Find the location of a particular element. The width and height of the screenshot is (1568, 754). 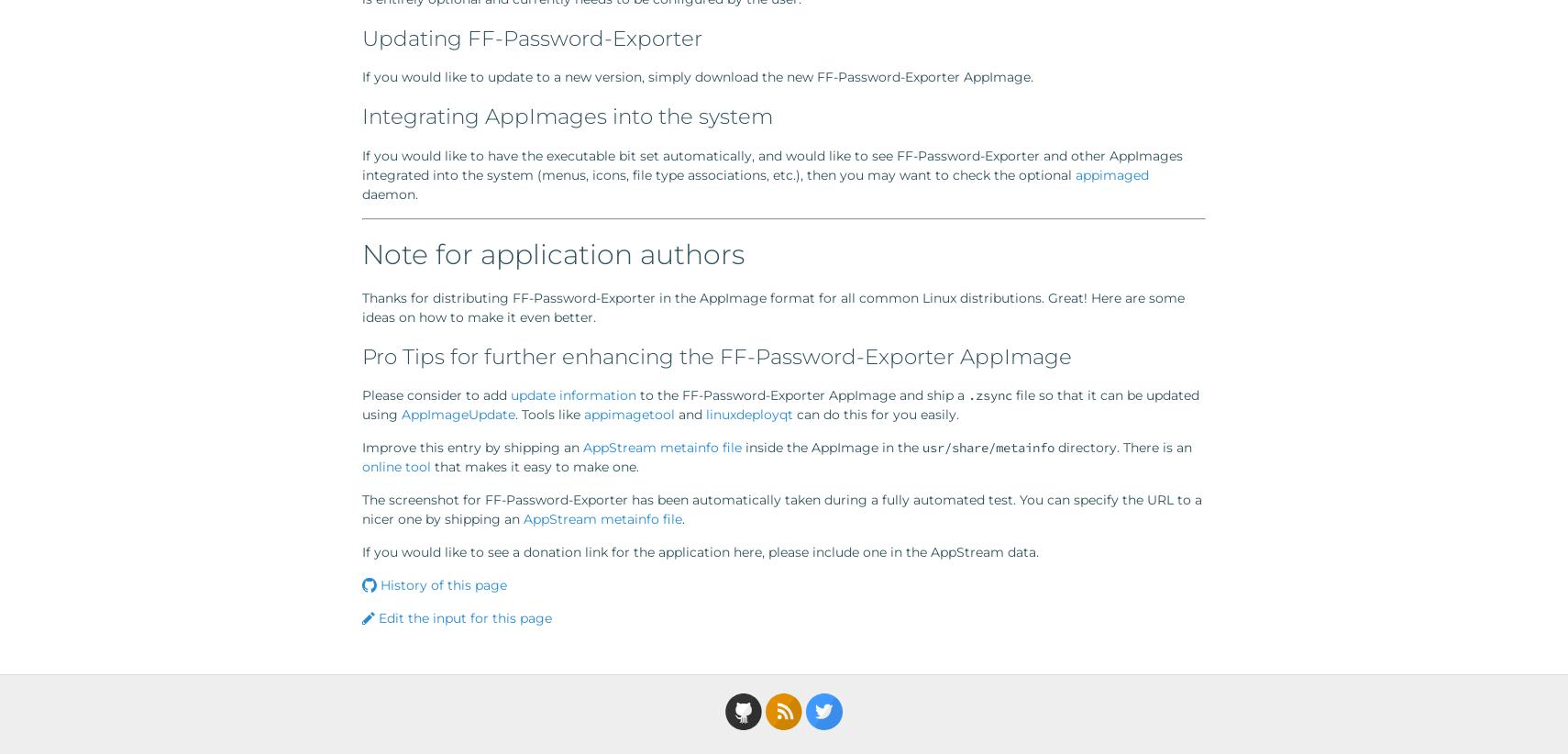

'Integrating AppImages into the system' is located at coordinates (361, 116).